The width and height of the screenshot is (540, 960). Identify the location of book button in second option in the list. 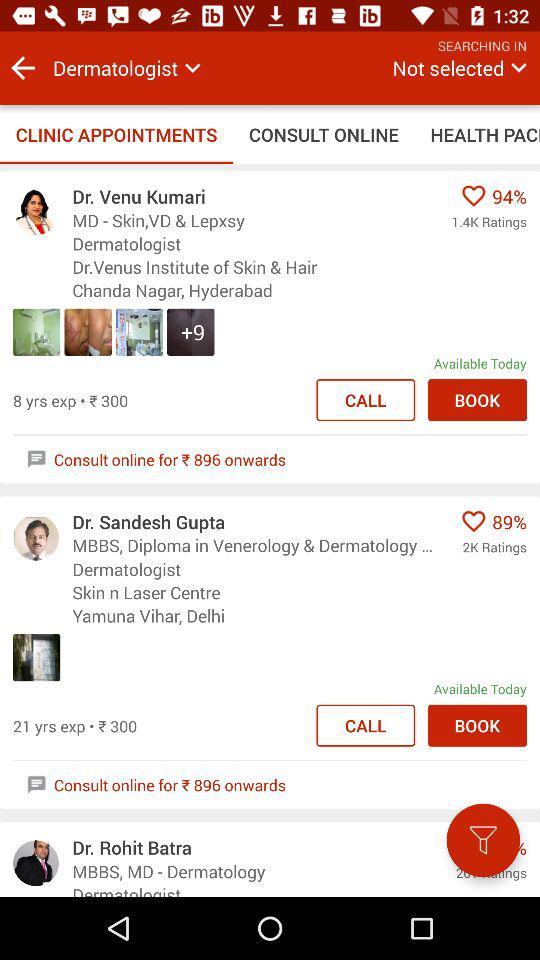
(476, 724).